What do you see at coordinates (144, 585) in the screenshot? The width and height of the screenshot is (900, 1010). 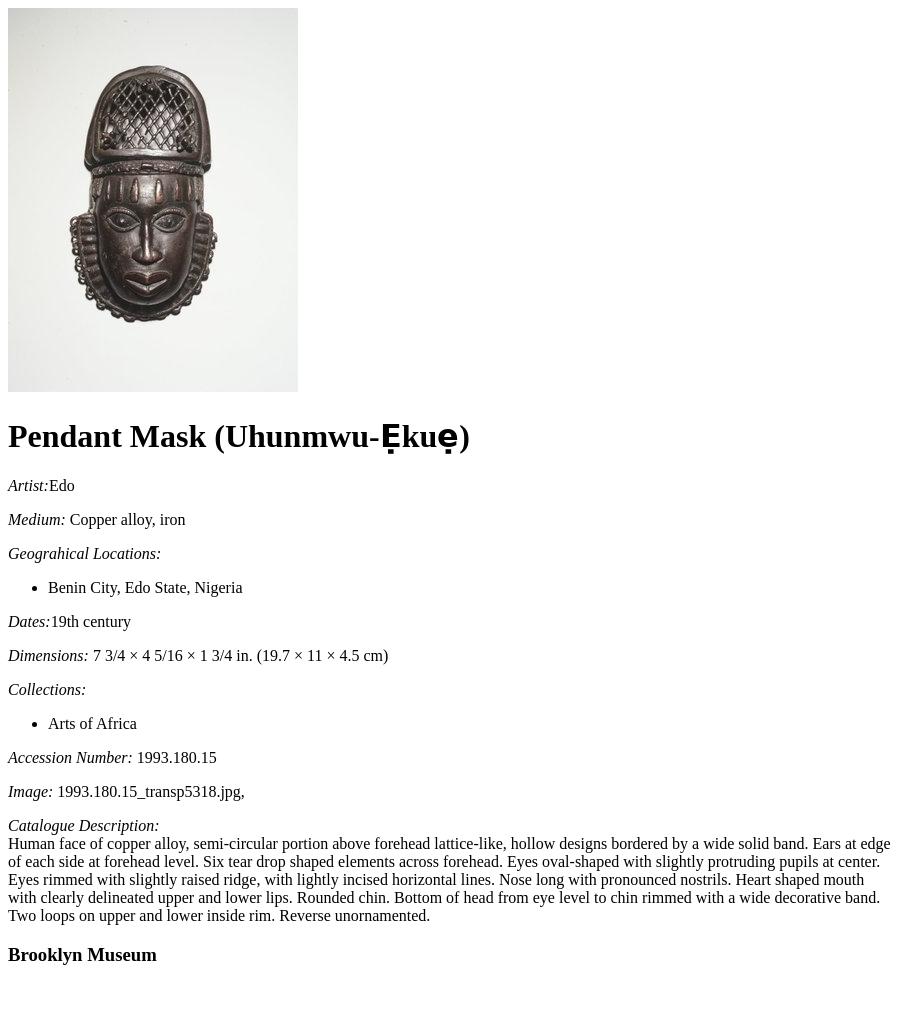 I see `'Benin City, Edo State, Nigeria'` at bounding box center [144, 585].